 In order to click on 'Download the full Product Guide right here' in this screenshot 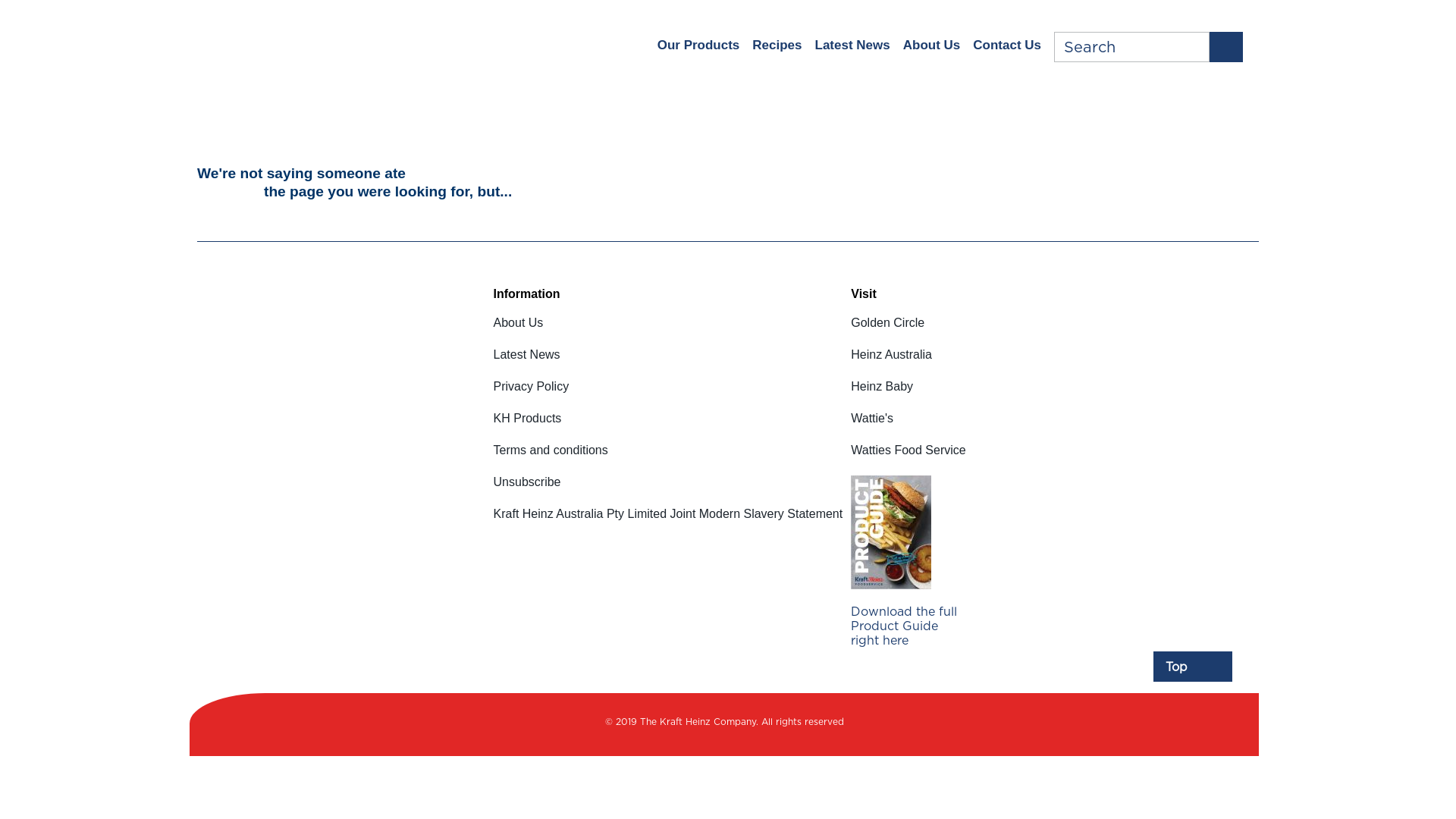, I will do `click(907, 611)`.